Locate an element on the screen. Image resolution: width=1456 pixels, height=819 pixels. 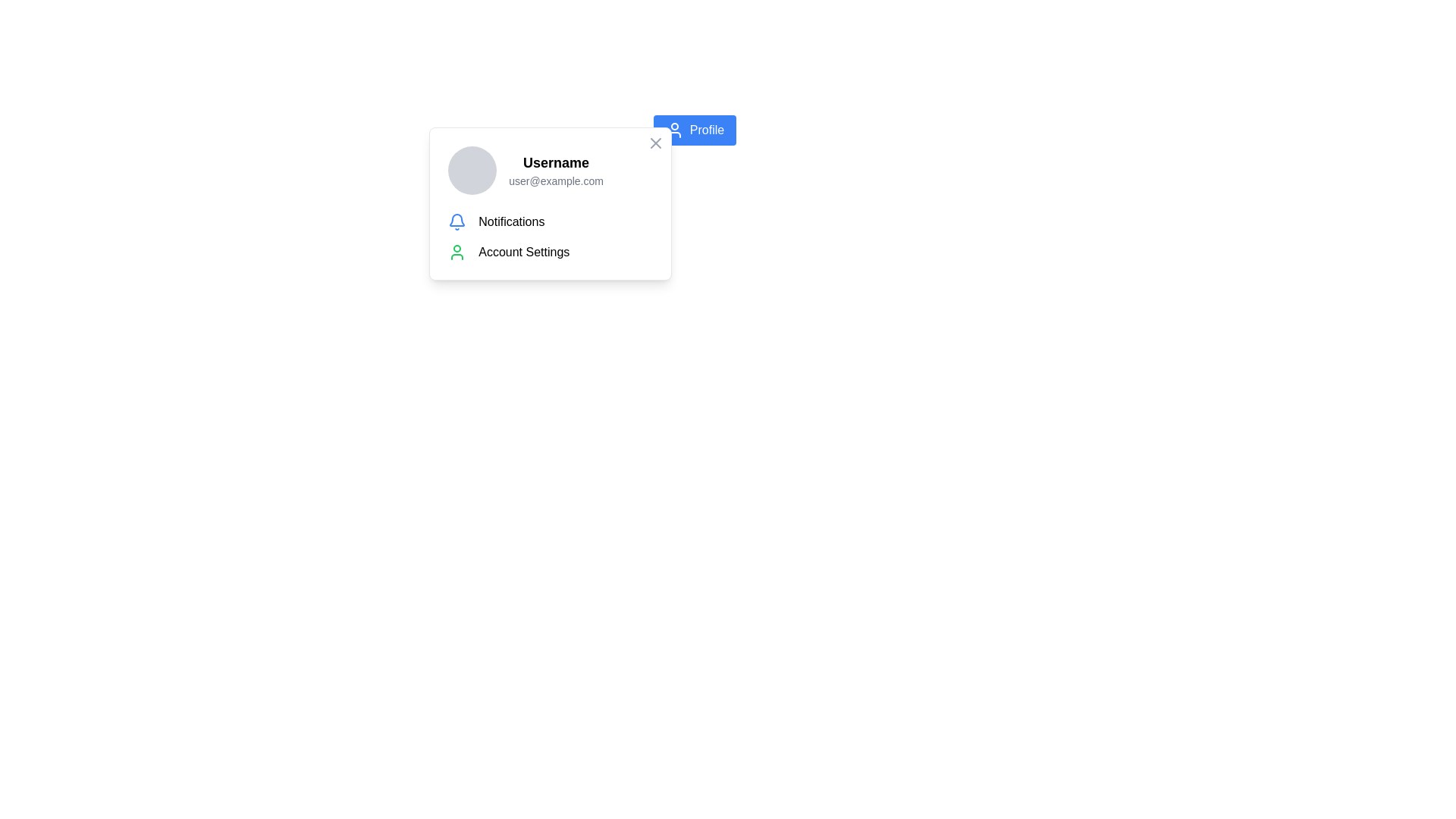
the circular profile image placeholder with a gray background, located on the left side of the interface is located at coordinates (472, 170).